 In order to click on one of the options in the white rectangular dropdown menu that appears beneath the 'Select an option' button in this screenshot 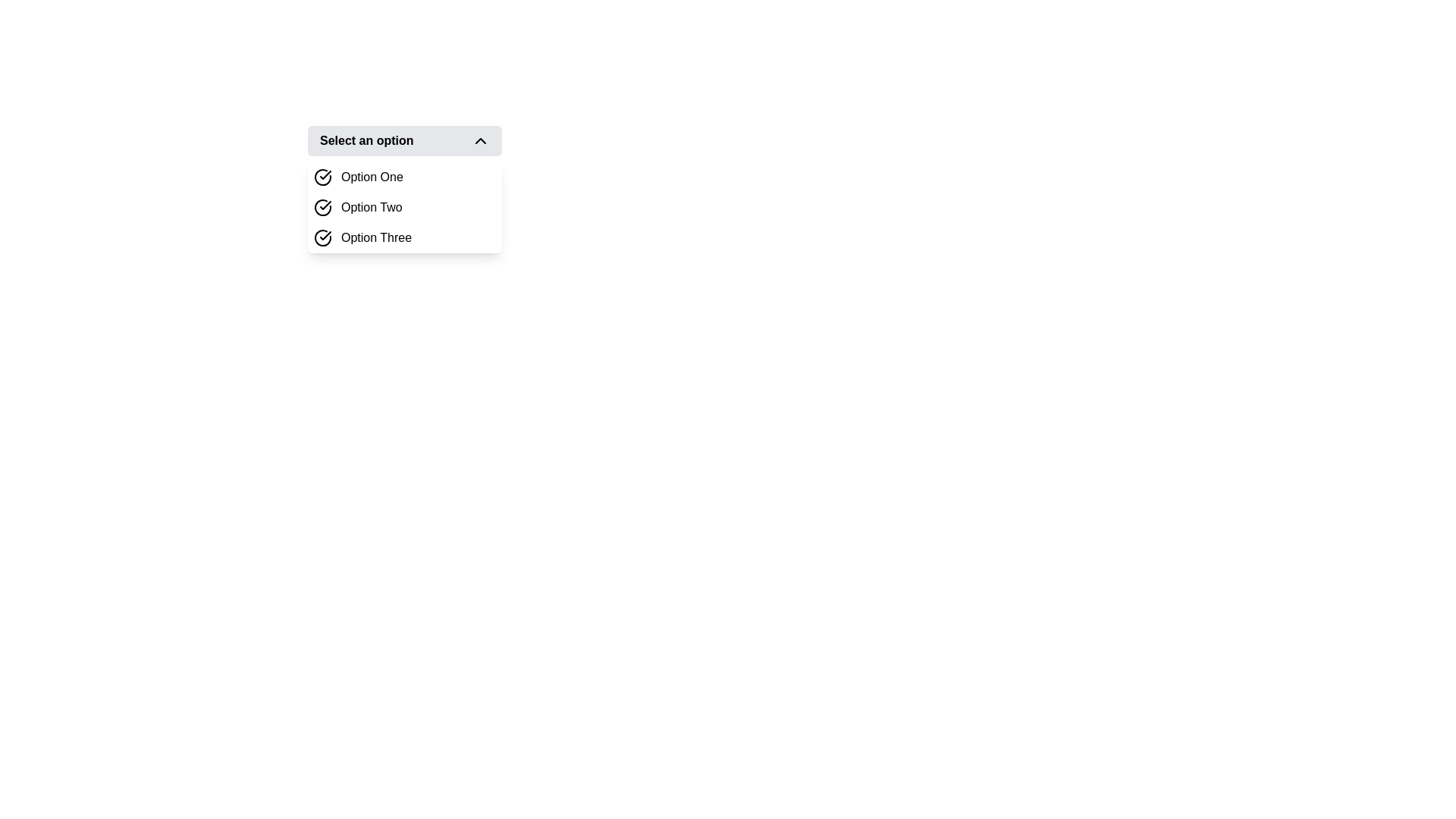, I will do `click(404, 207)`.